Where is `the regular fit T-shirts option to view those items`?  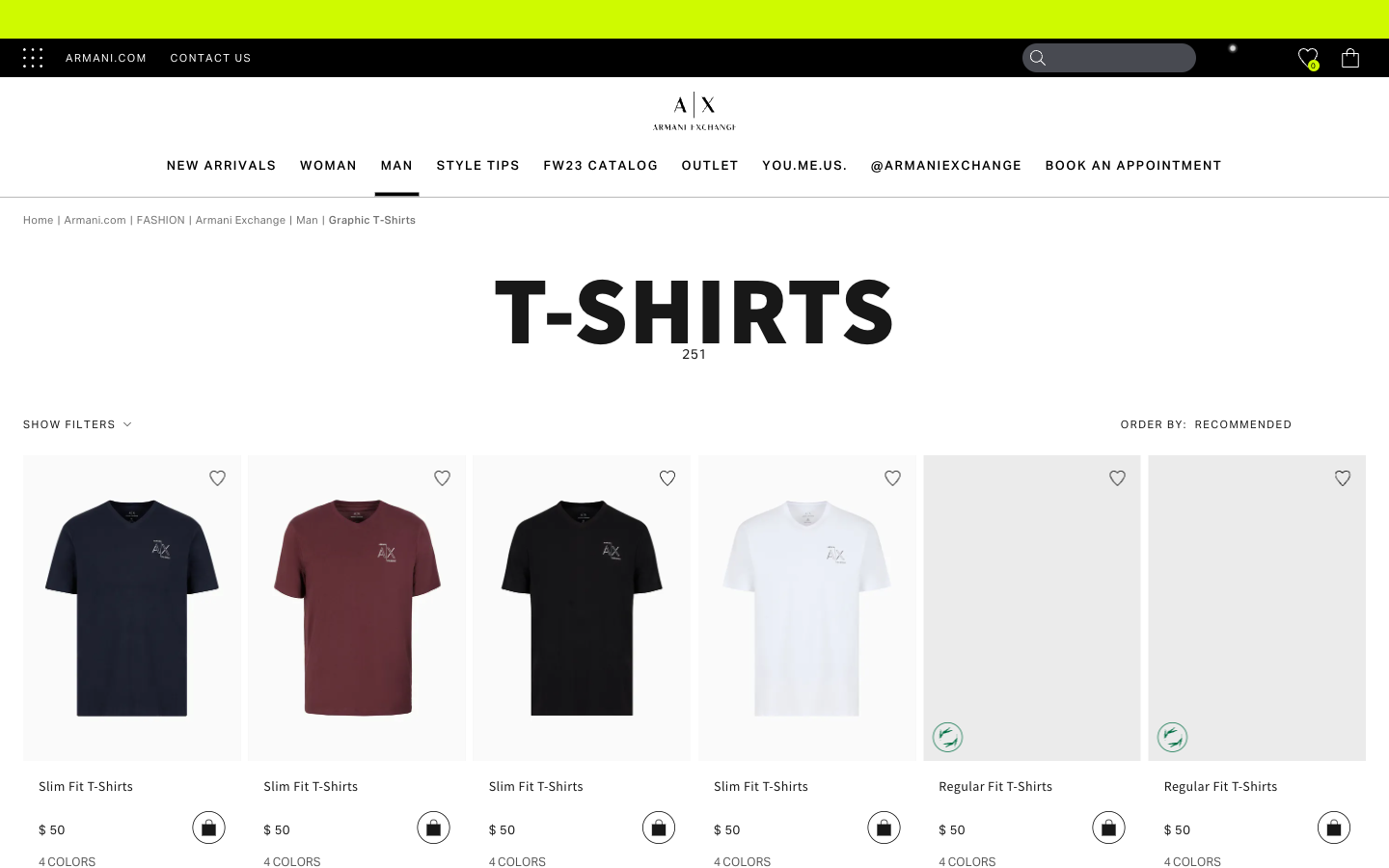
the regular fit T-shirts option to view those items is located at coordinates (1032, 793).